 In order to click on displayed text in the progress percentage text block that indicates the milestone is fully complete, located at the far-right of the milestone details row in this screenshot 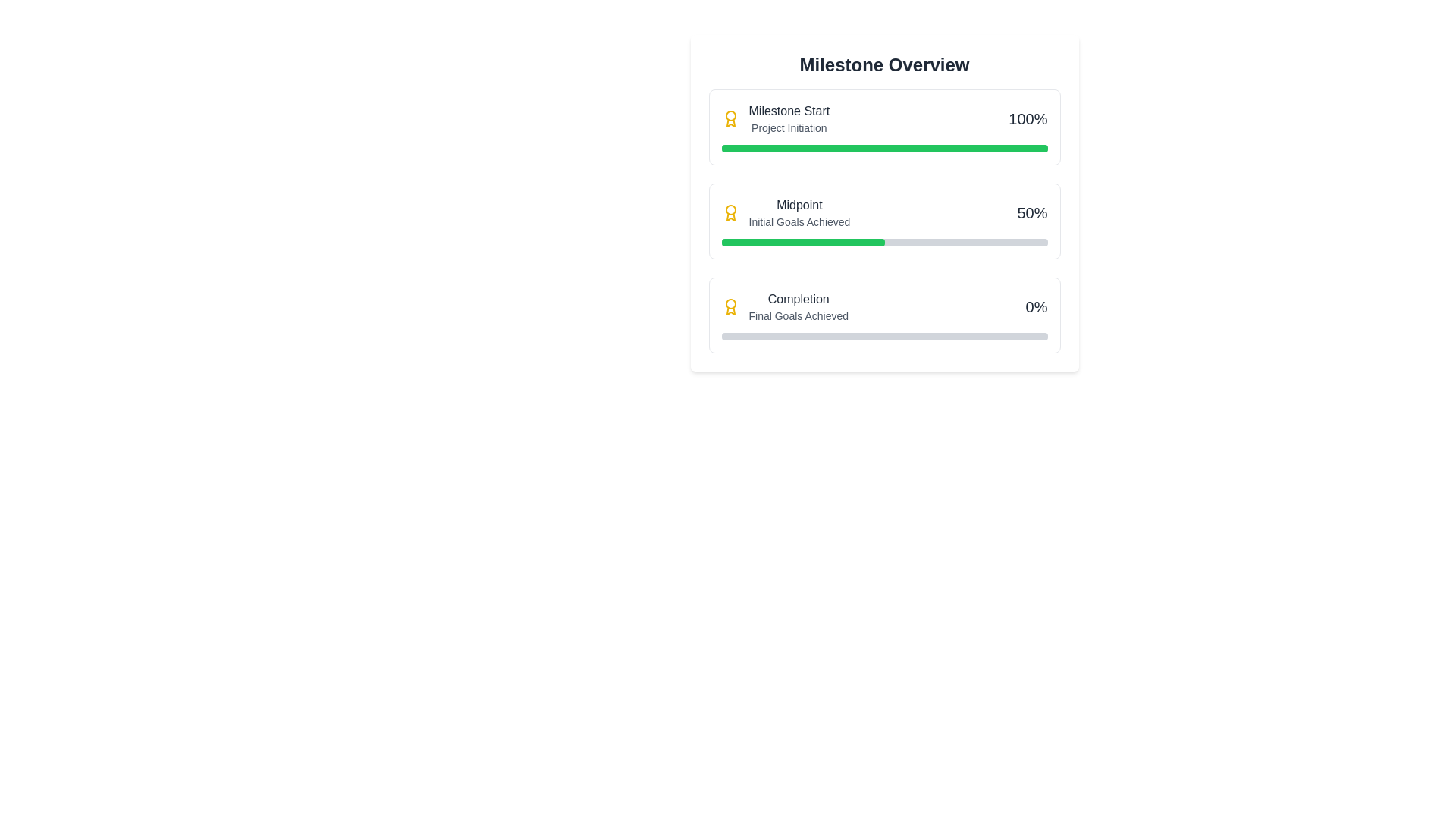, I will do `click(1028, 118)`.